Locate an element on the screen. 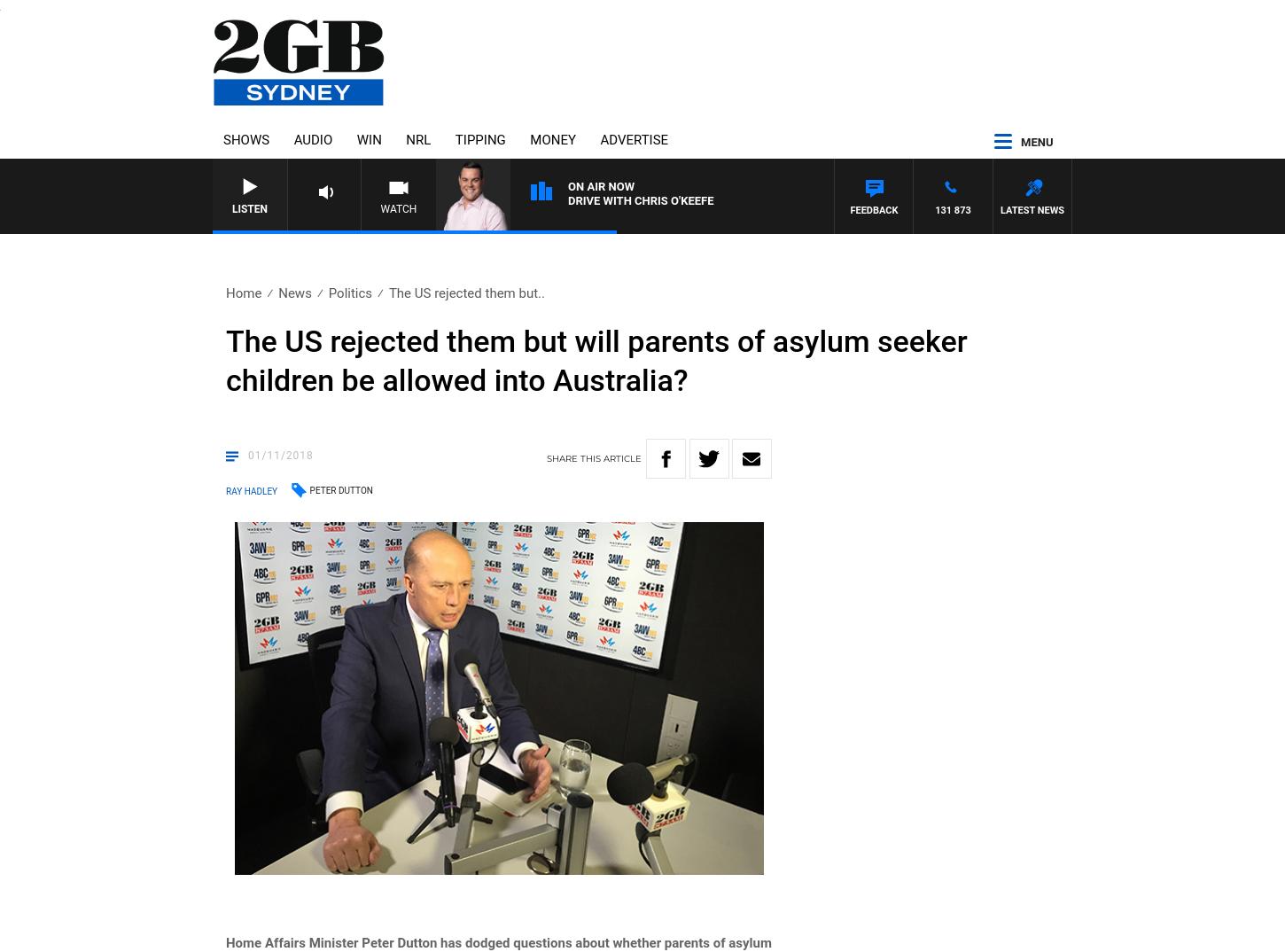  'Drive with Chris O'Keefe' is located at coordinates (639, 199).